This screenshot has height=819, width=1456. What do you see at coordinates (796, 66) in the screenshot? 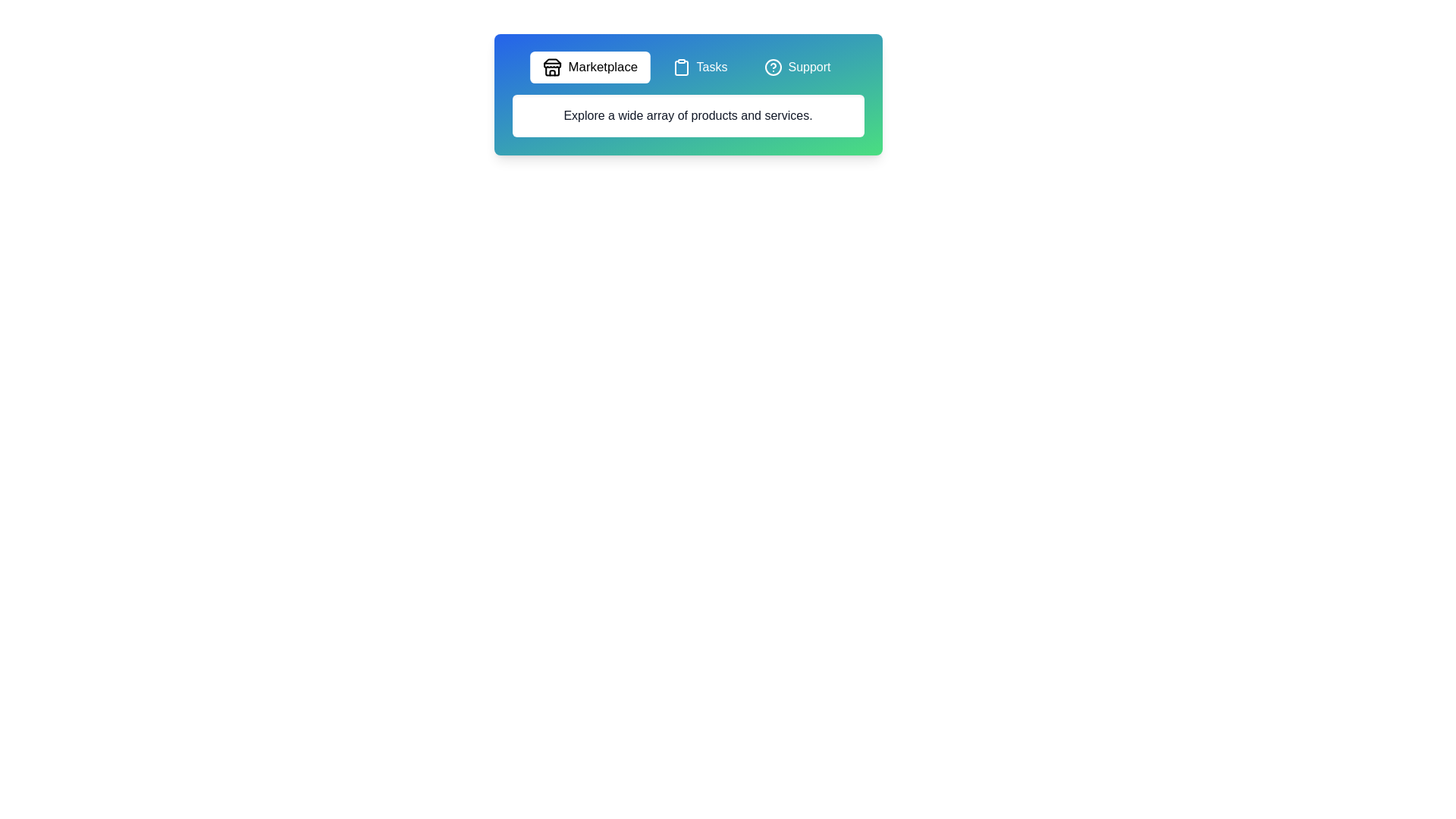
I see `the tab button labeled Support to observe its hover effect` at bounding box center [796, 66].